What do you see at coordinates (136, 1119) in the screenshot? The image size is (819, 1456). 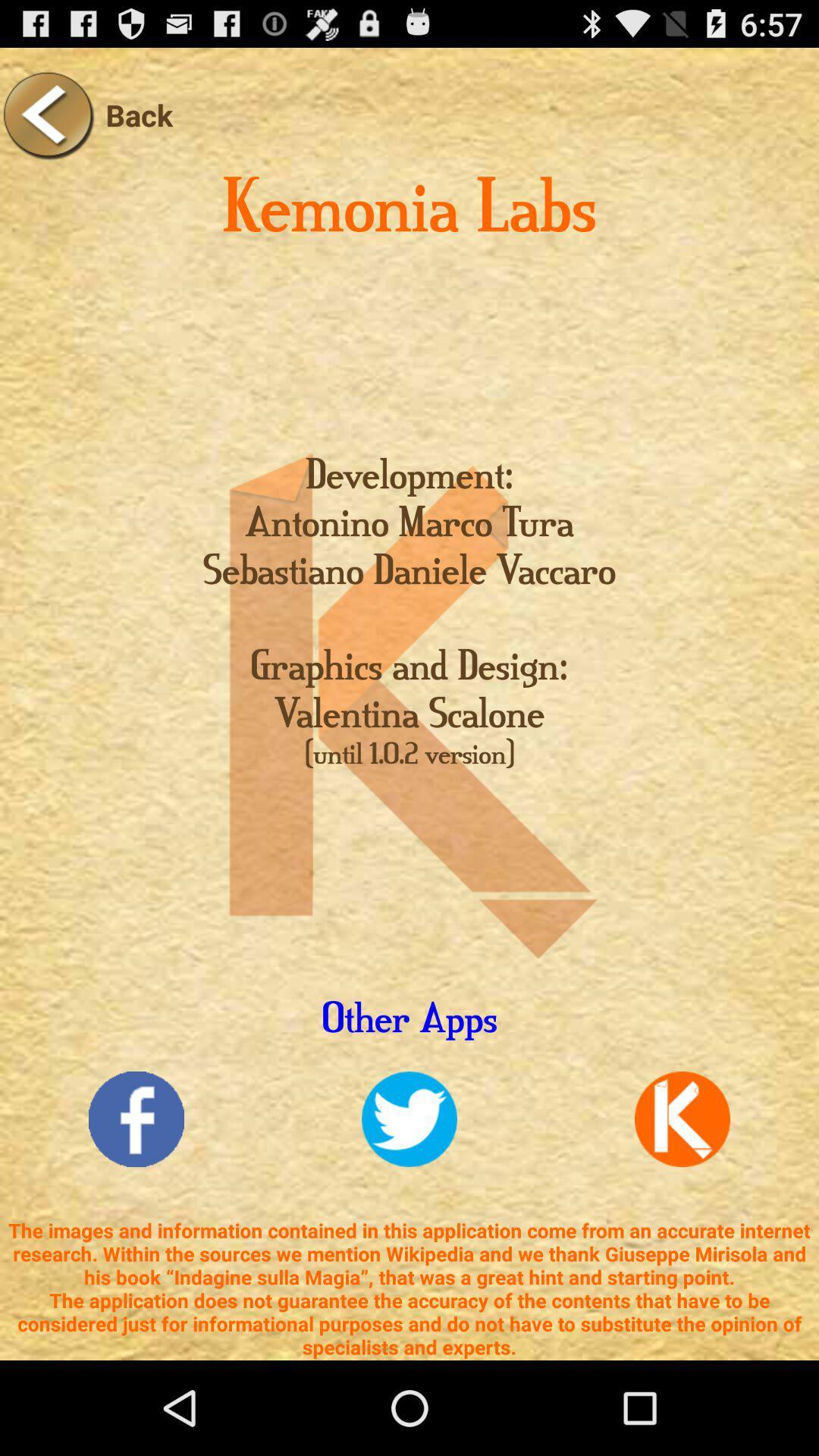 I see `open facebook` at bounding box center [136, 1119].